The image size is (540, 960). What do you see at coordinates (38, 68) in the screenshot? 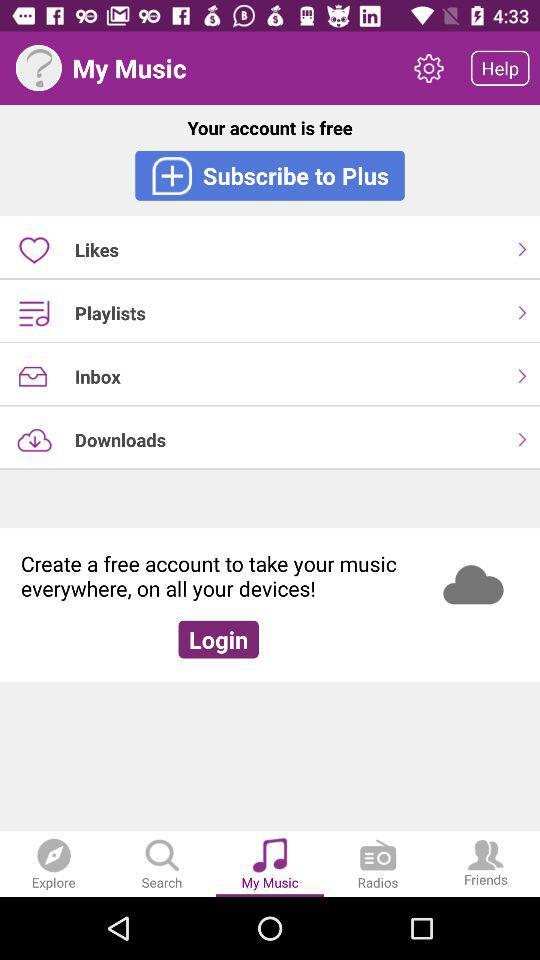
I see `item above your account is` at bounding box center [38, 68].